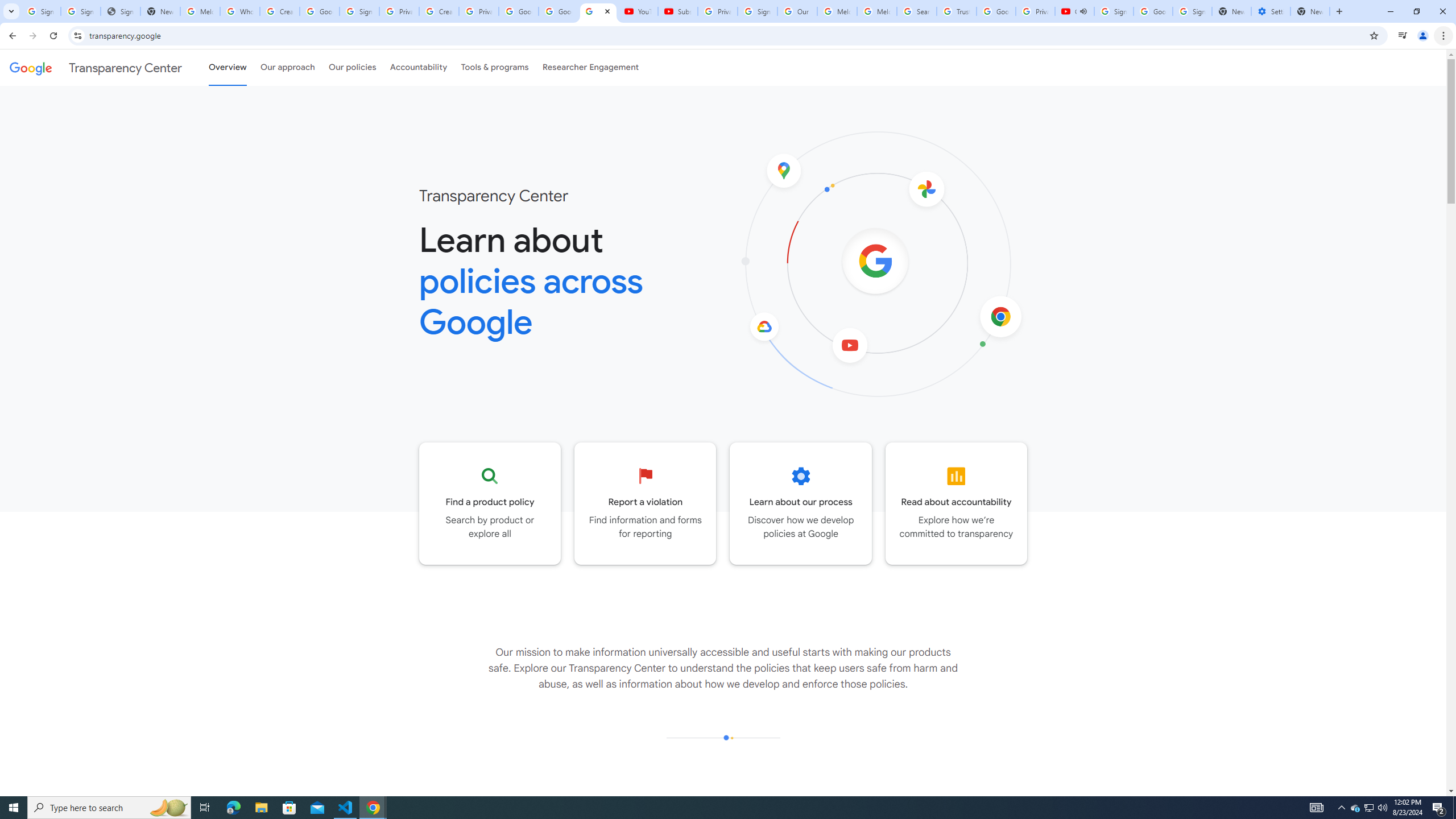 This screenshot has height=819, width=1456. What do you see at coordinates (645, 503) in the screenshot?
I see `'Go to the Reporting and appeals page'` at bounding box center [645, 503].